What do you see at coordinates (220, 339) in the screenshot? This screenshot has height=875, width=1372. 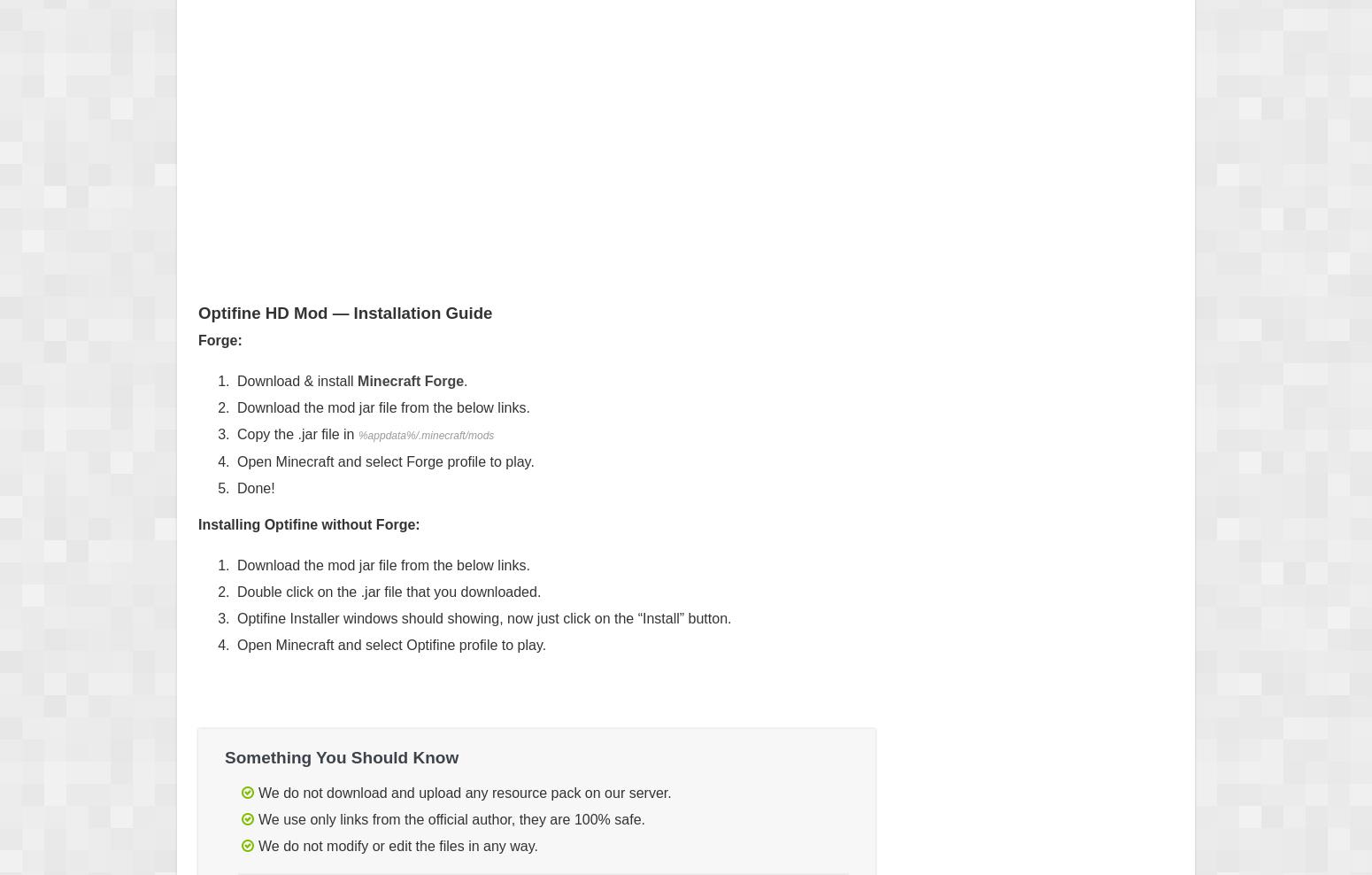 I see `'Forge:'` at bounding box center [220, 339].